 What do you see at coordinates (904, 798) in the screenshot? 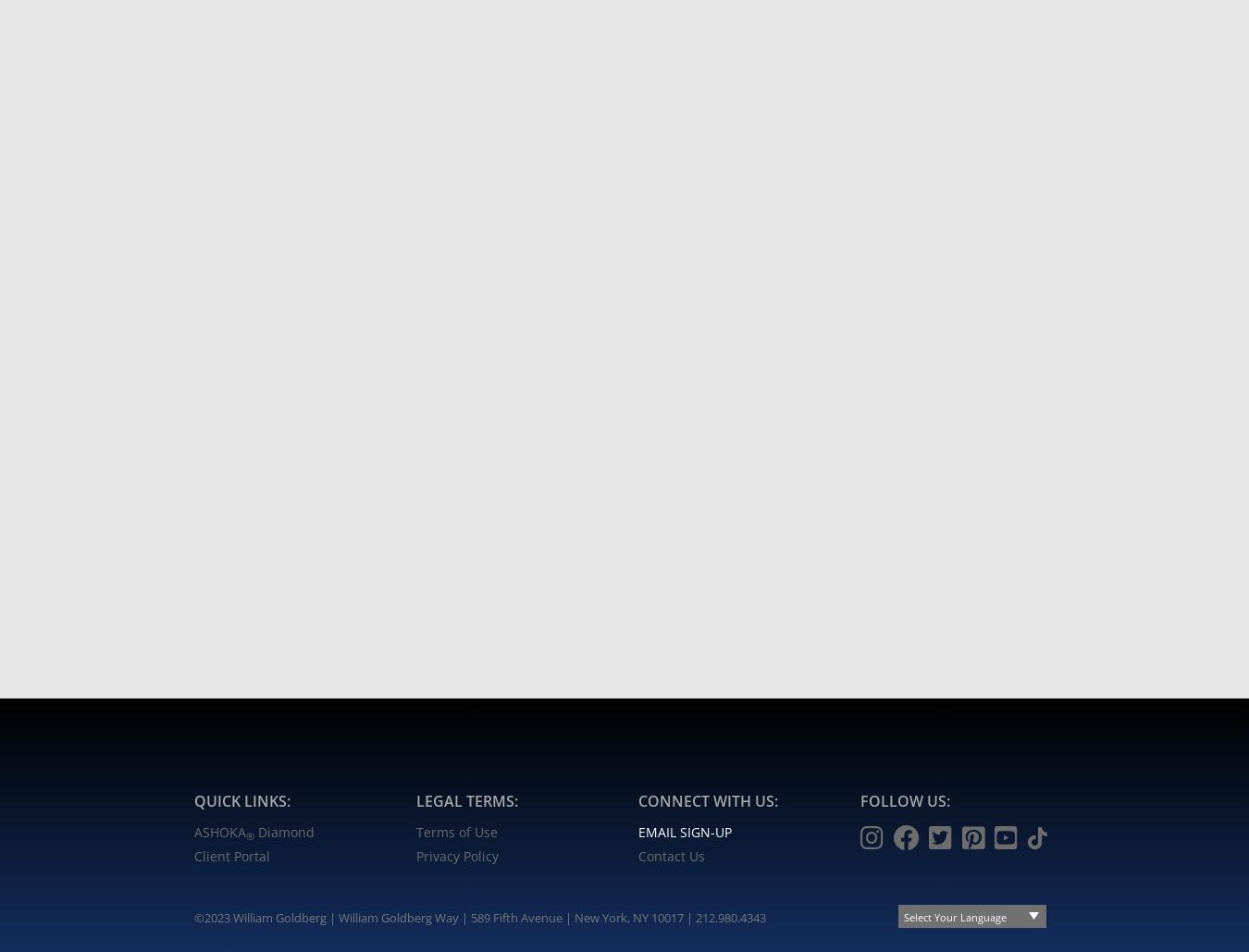
I see `'FOLLOW US:'` at bounding box center [904, 798].